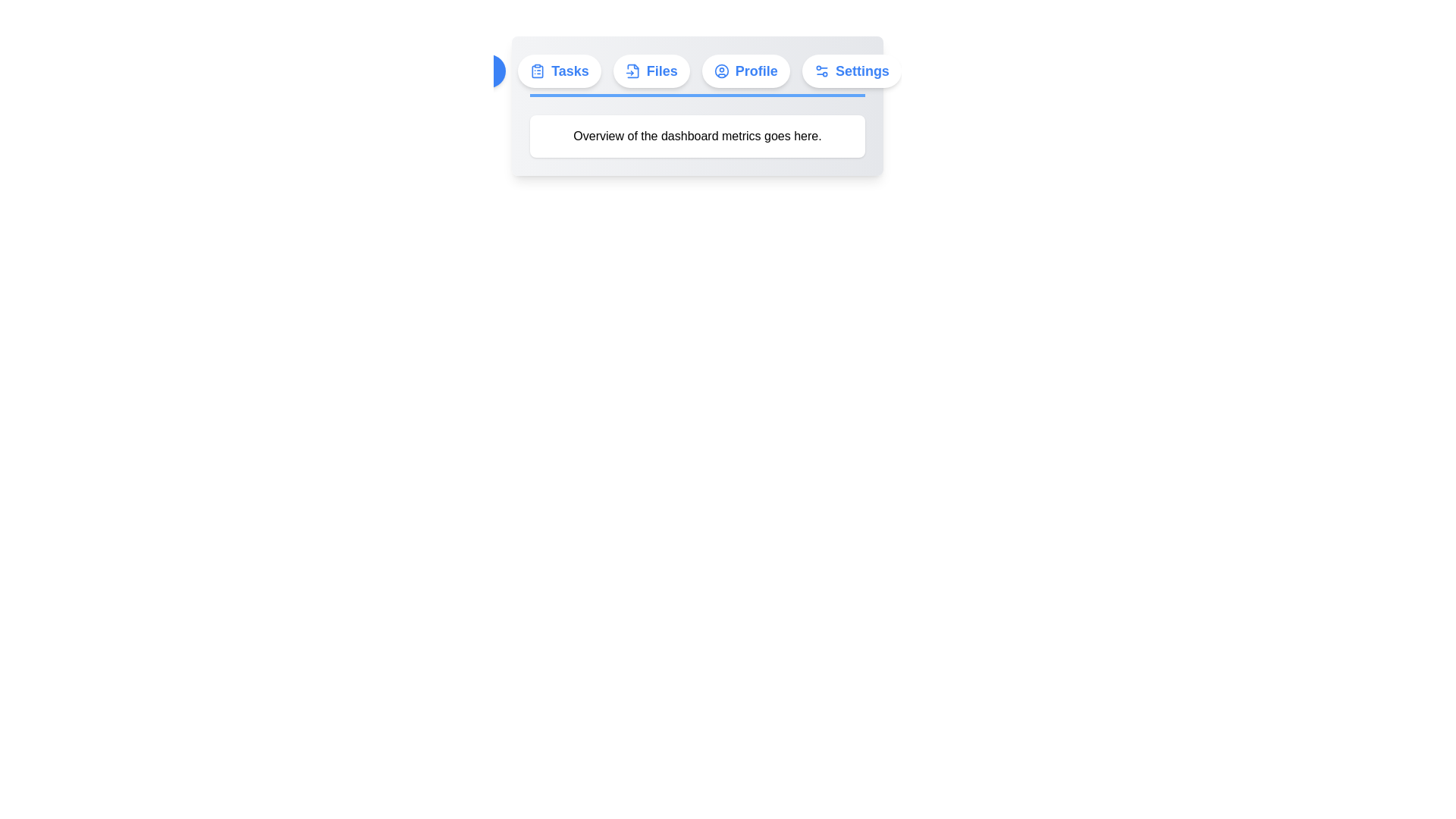 This screenshot has height=819, width=1456. I want to click on the 'Tasks' button, so click(559, 71).